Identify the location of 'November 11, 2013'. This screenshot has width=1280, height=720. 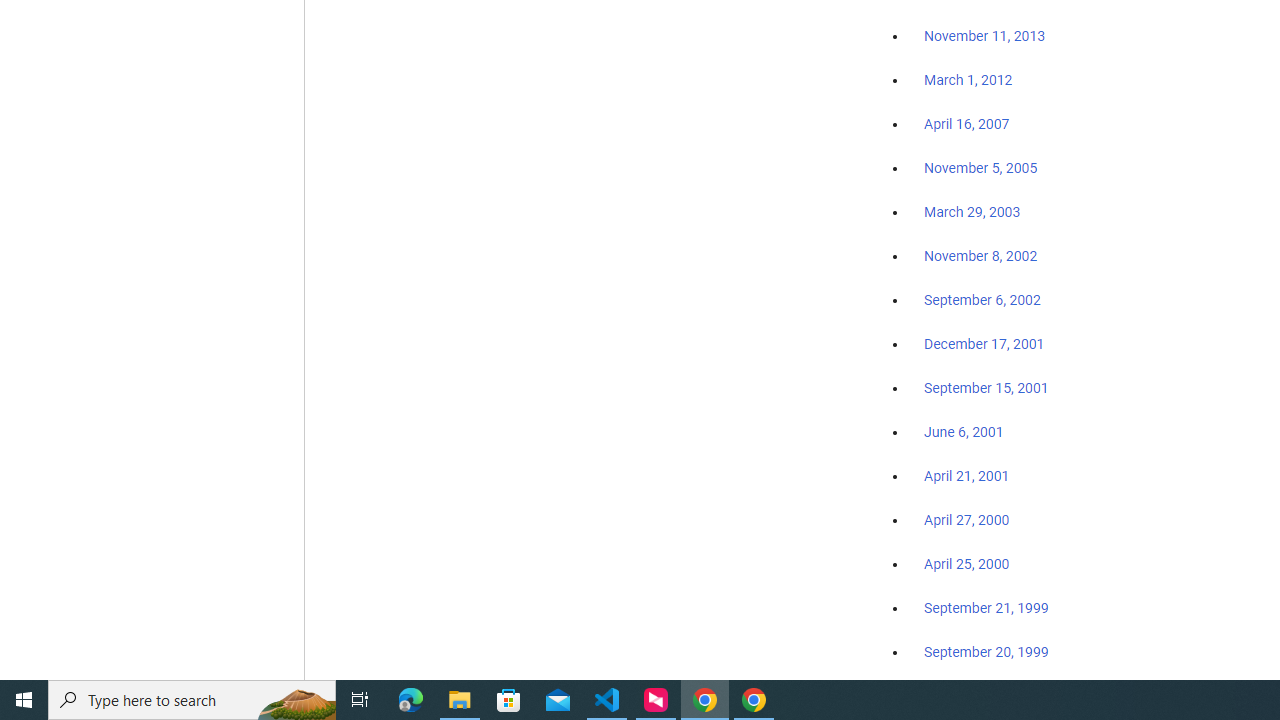
(984, 37).